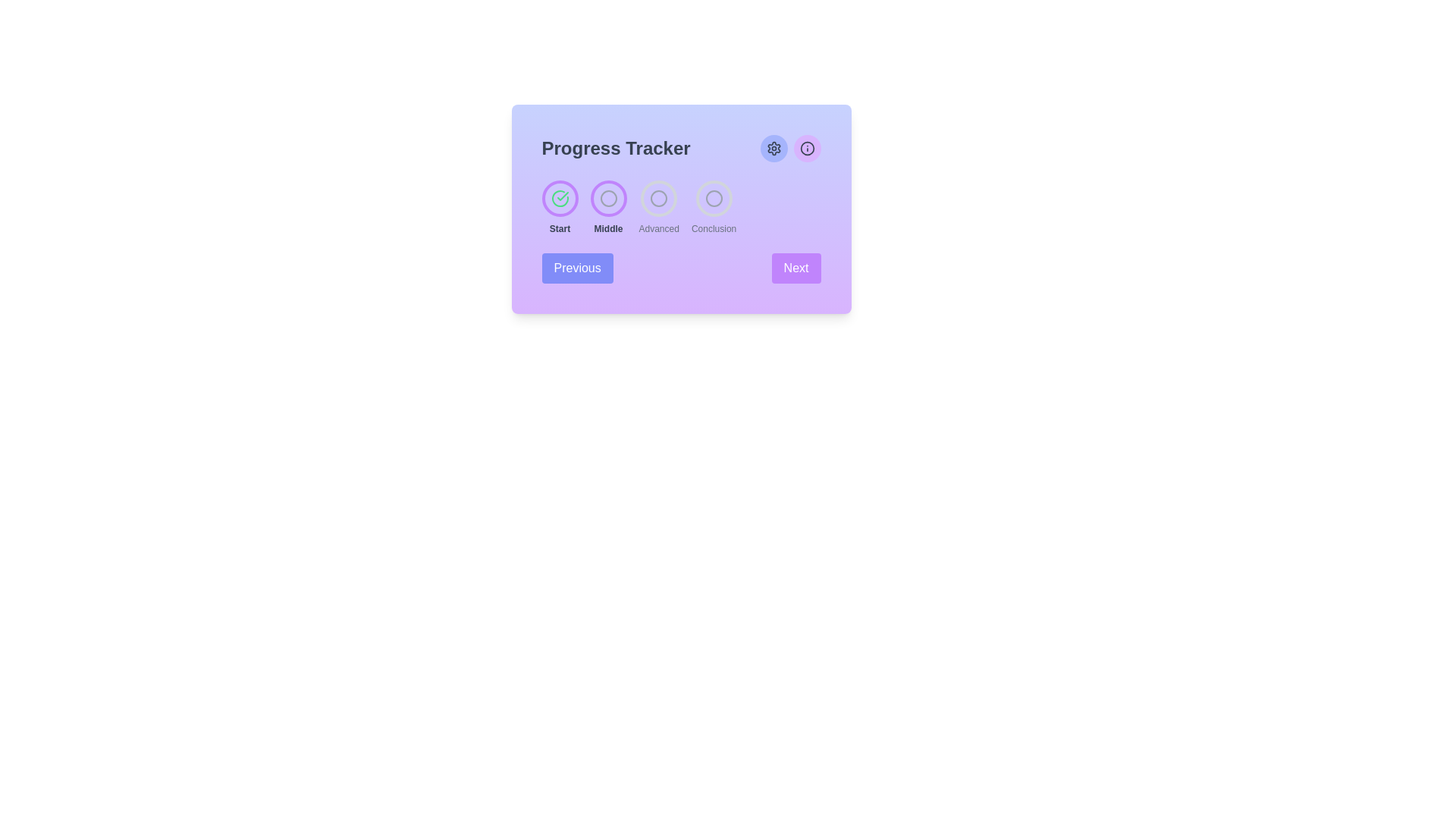 The image size is (1456, 819). I want to click on the text label 'Advanced' which is styled with a small font size and gray color, located below a circular icon in a progress tracking interface, so click(659, 228).